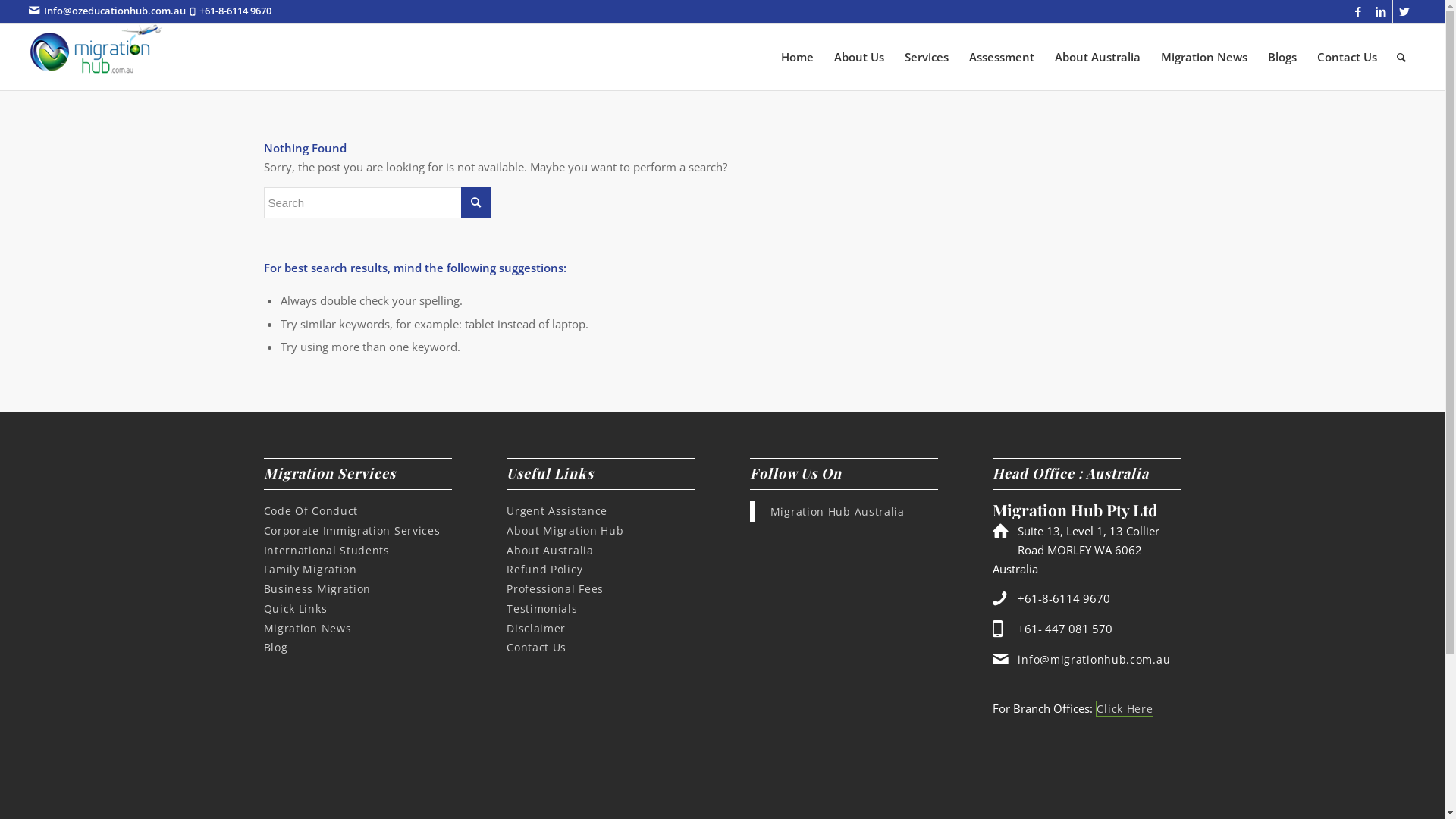  I want to click on 'Quick Links', so click(295, 607).